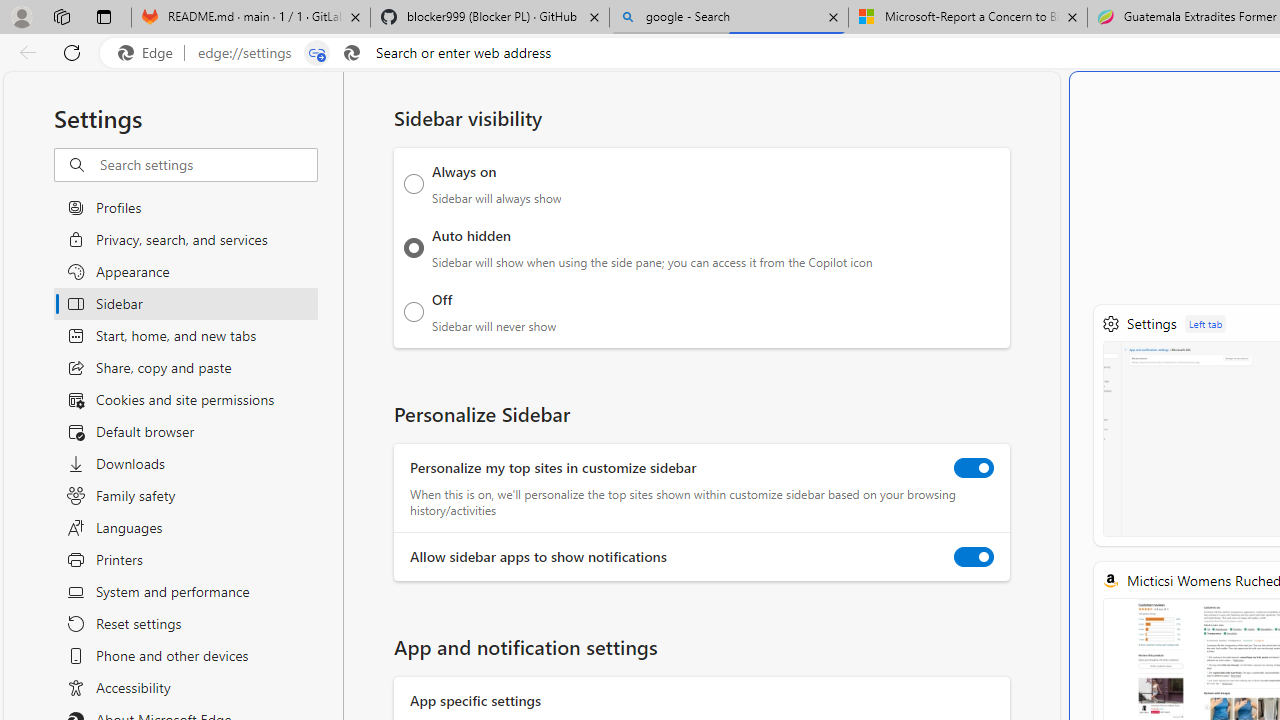  What do you see at coordinates (149, 52) in the screenshot?
I see `'Edge'` at bounding box center [149, 52].